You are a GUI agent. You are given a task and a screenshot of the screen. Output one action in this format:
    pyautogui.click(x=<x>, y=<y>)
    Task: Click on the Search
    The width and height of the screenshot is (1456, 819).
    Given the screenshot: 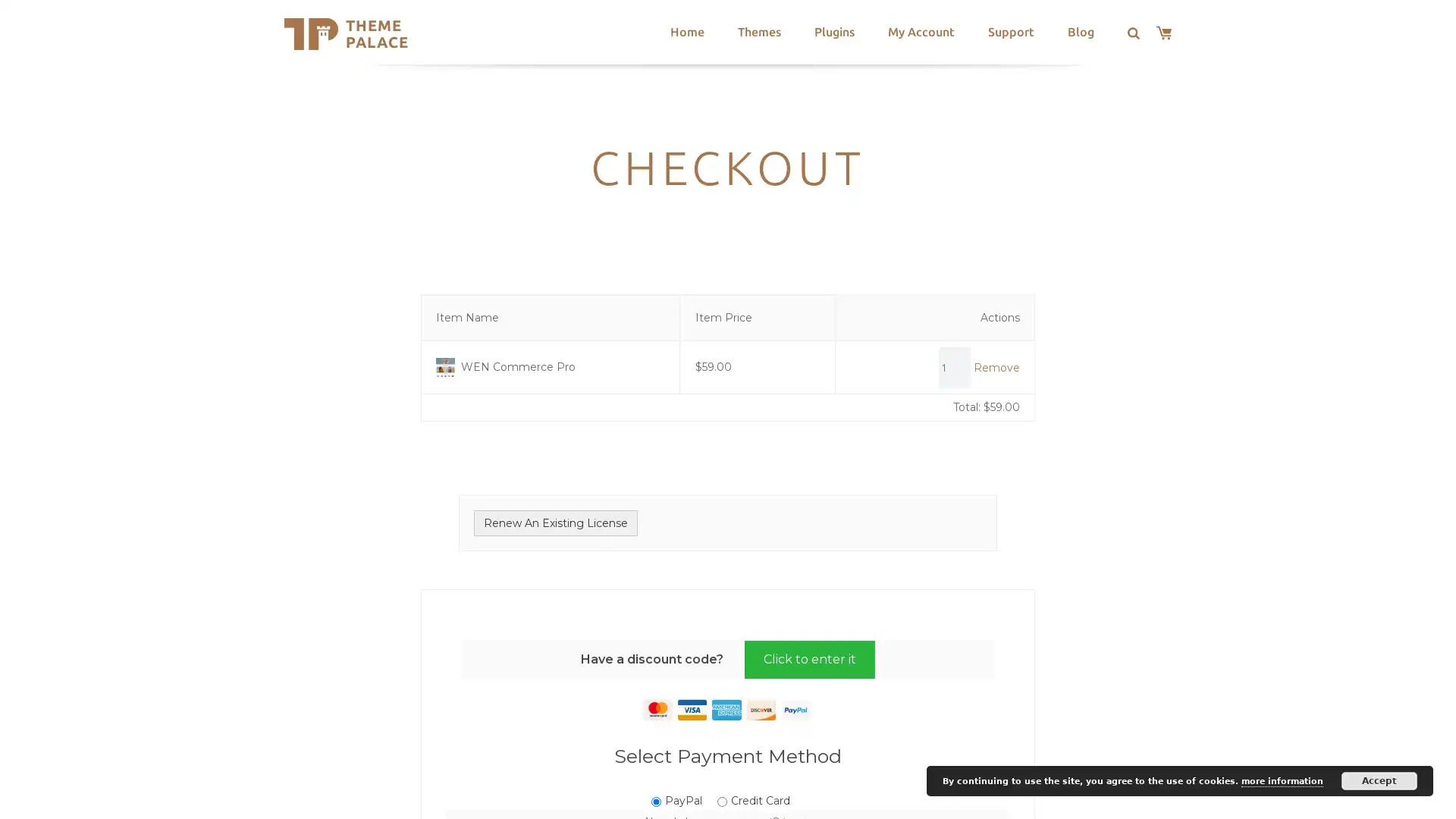 What is the action you would take?
    pyautogui.click(x=468, y=34)
    